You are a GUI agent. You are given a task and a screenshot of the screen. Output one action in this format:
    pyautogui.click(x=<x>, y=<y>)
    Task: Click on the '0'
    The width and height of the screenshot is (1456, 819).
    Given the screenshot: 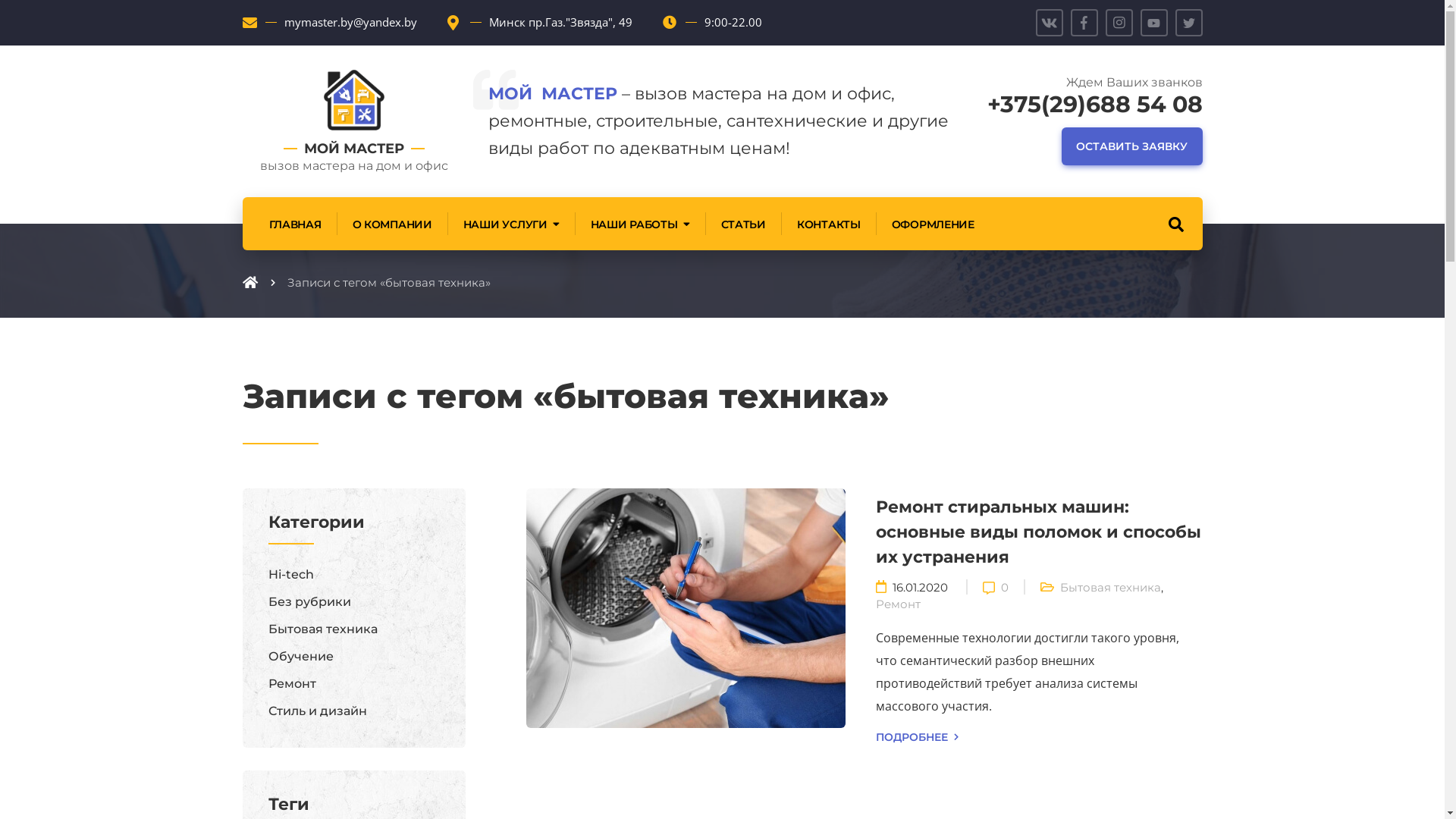 What is the action you would take?
    pyautogui.click(x=1004, y=585)
    